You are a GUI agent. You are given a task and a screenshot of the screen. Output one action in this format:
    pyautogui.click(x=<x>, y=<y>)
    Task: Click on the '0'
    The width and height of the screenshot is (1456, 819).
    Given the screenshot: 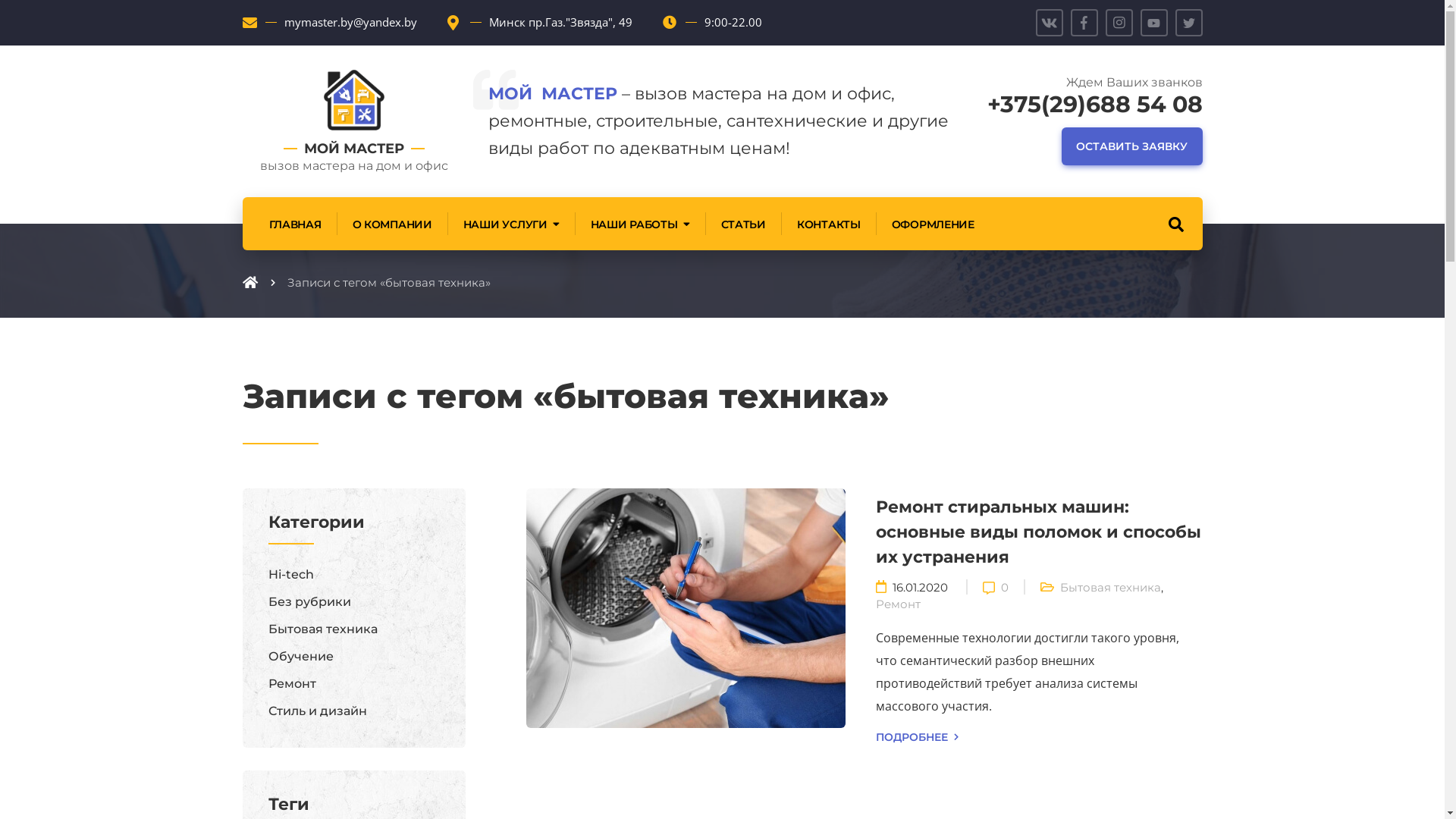 What is the action you would take?
    pyautogui.click(x=1004, y=585)
    